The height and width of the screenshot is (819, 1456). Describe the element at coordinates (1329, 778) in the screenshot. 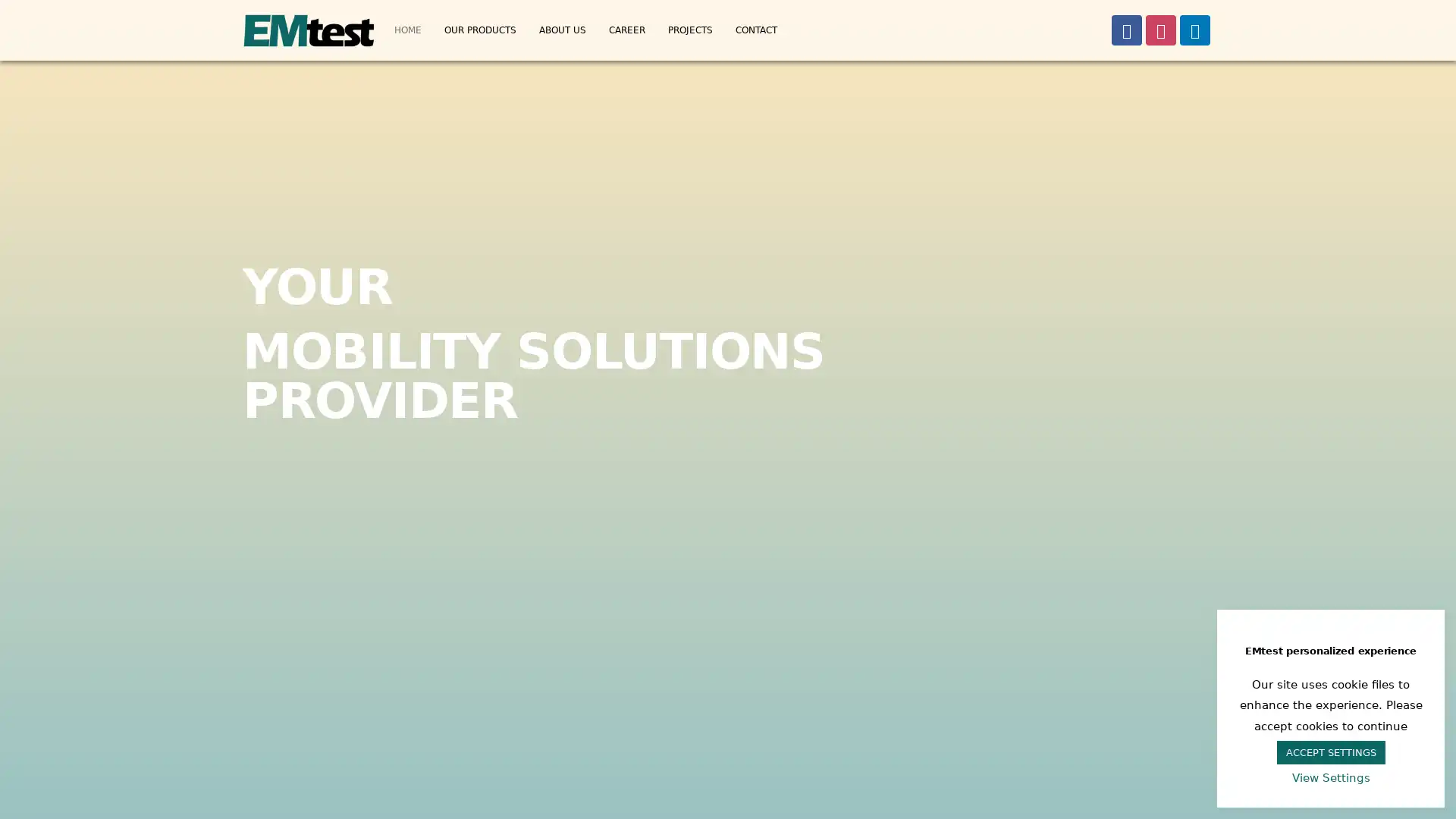

I see `View Settings` at that location.